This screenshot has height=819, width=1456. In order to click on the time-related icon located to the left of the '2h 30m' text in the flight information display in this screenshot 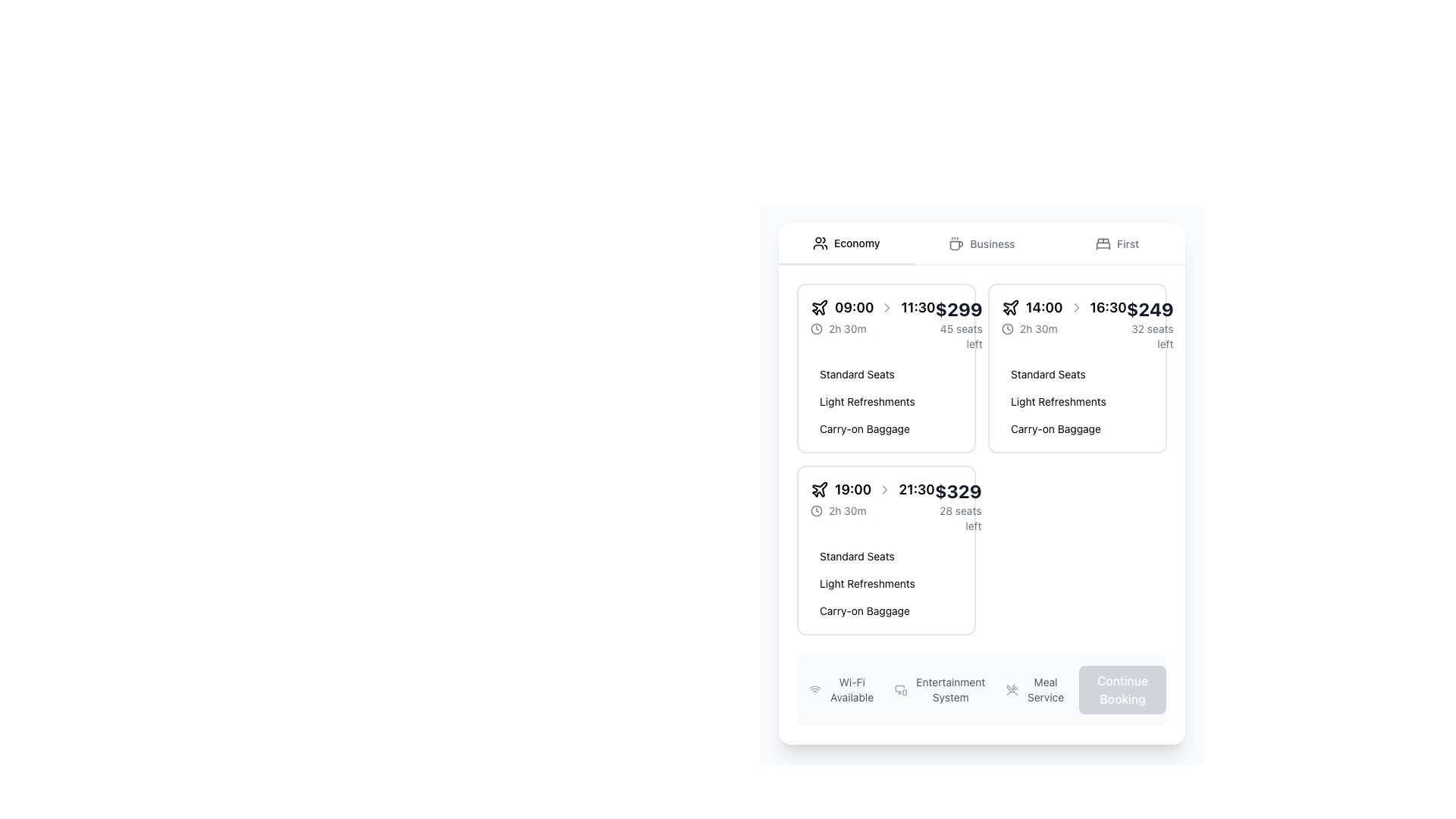, I will do `click(815, 511)`.